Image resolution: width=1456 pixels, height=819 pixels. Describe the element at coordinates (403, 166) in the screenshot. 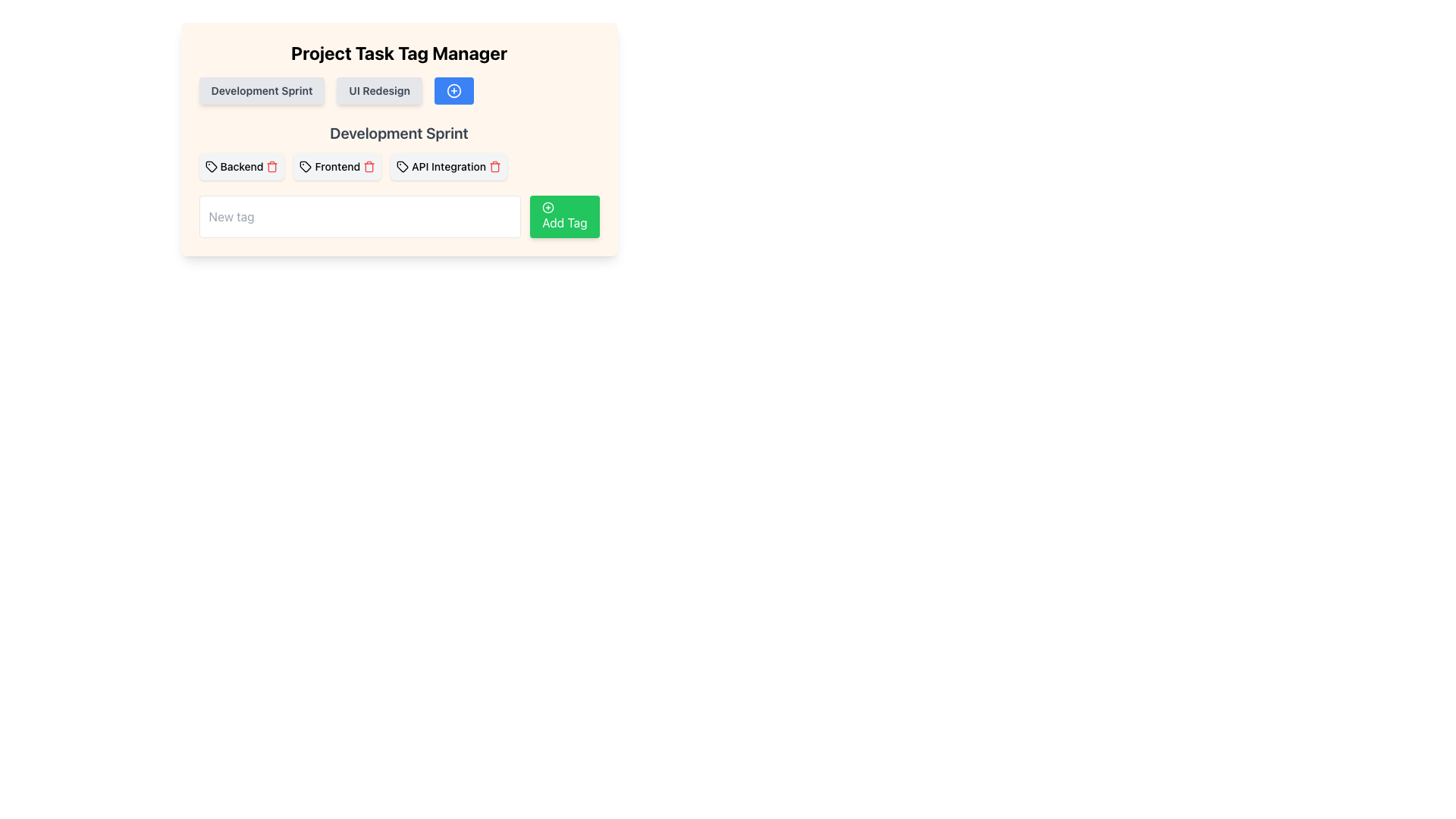

I see `the graphical tag icon resembling a rectangular tag with a rounded end, located within the 'API Integration' button under the 'Development Sprint' heading` at that location.